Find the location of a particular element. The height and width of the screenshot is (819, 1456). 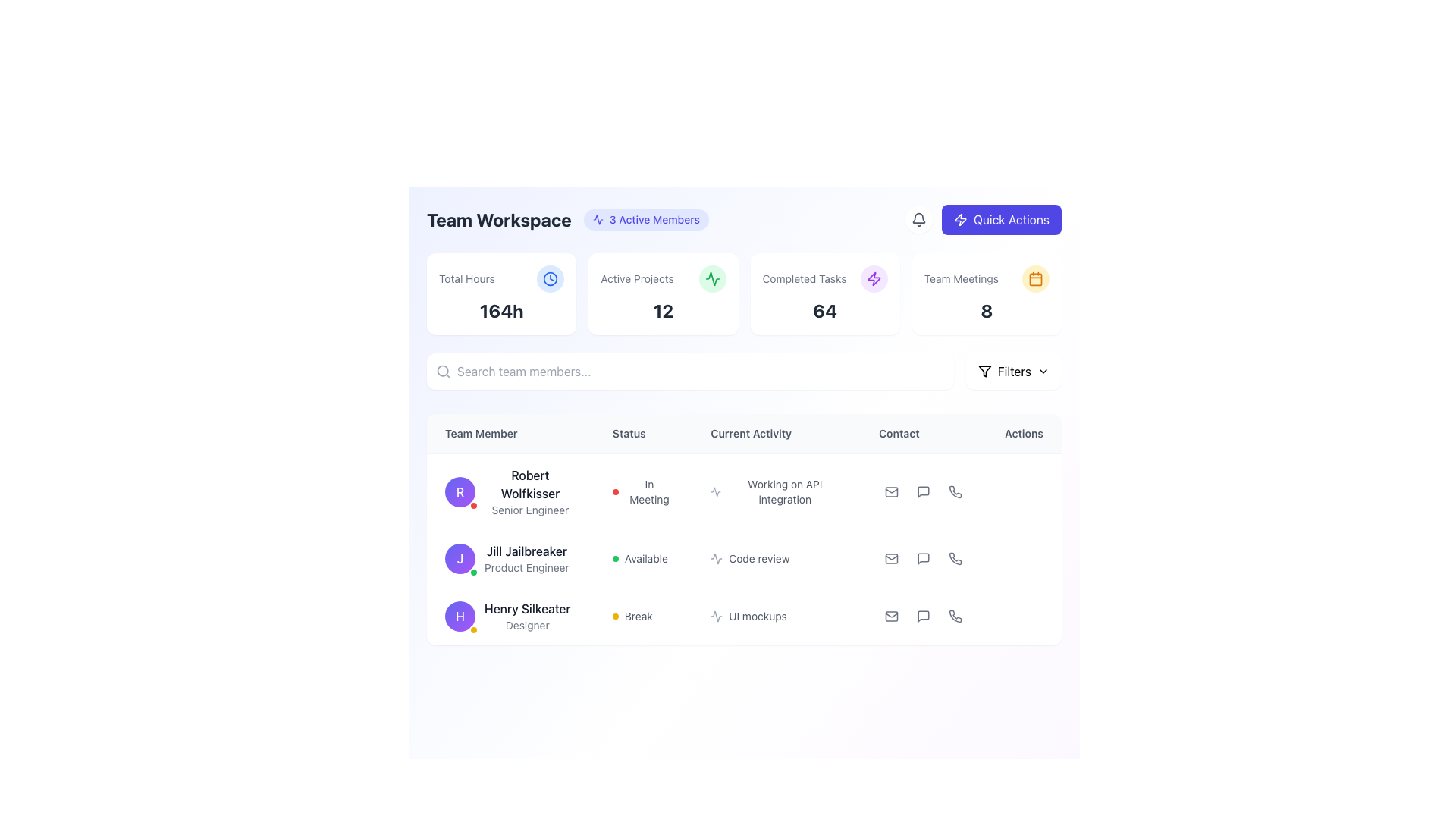

the 'UI mockups' text label with an activity icon in the 'Current Activity' column for user 'Henry Silkeater' in the third row of the table is located at coordinates (777, 617).